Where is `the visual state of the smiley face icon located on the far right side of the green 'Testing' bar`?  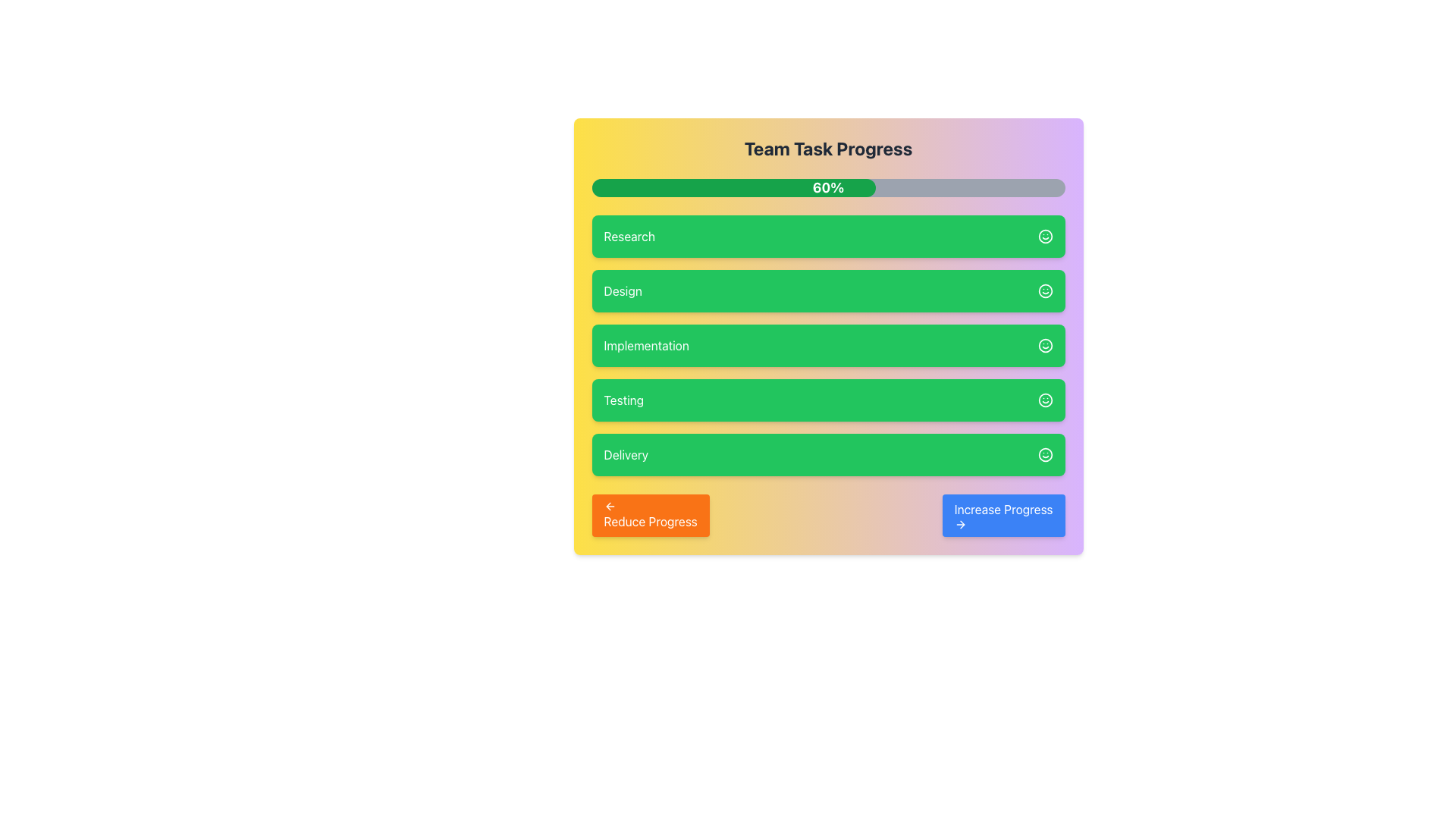 the visual state of the smiley face icon located on the far right side of the green 'Testing' bar is located at coordinates (1044, 400).